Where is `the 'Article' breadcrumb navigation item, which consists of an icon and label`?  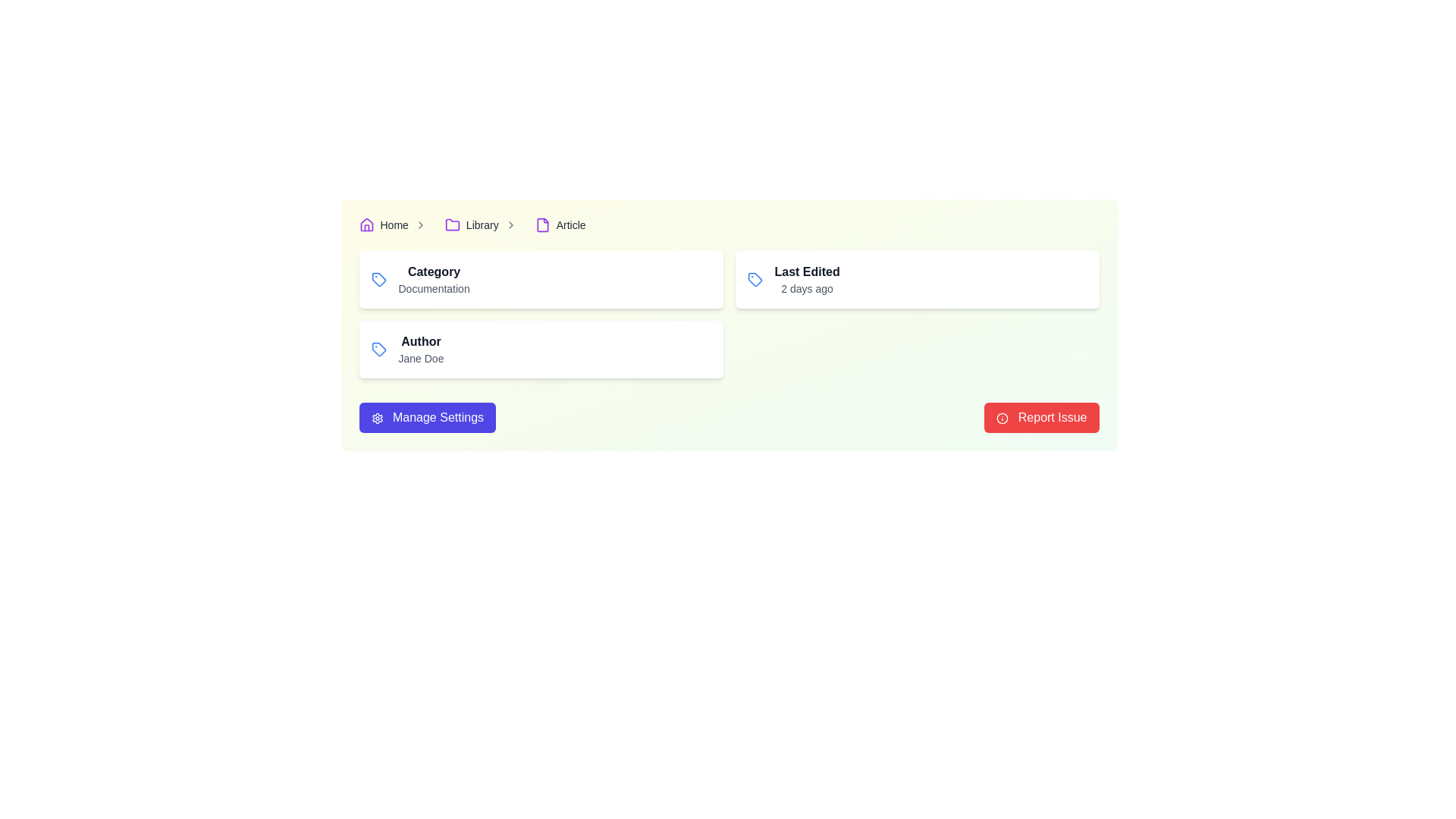 the 'Article' breadcrumb navigation item, which consists of an icon and label is located at coordinates (560, 225).